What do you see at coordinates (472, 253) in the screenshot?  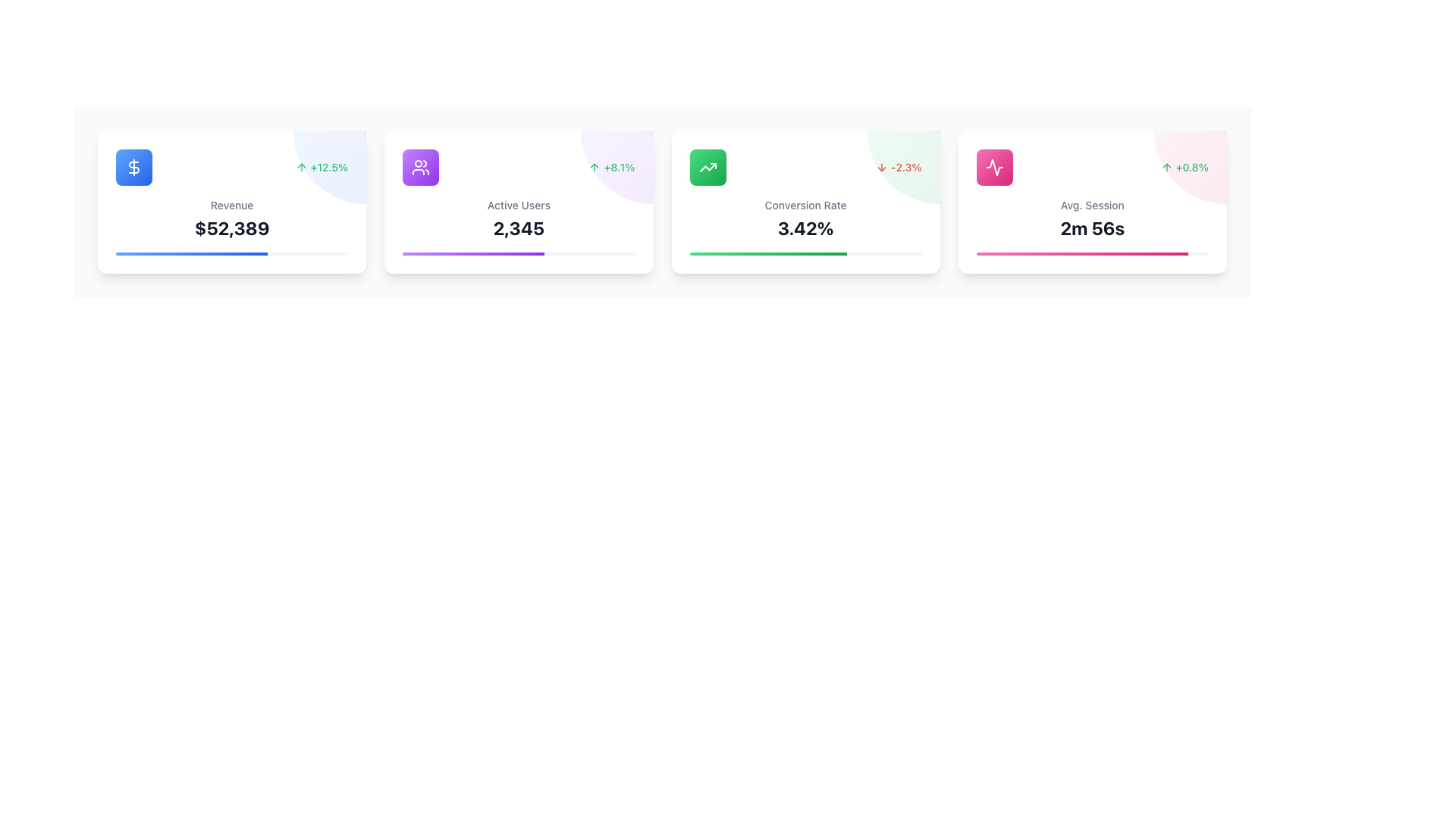 I see `the progress indicator, which is a horizontal bar with a gradient from purple to pinkish-purple, located below the 'Active Users' card in the dashboard layout` at bounding box center [472, 253].